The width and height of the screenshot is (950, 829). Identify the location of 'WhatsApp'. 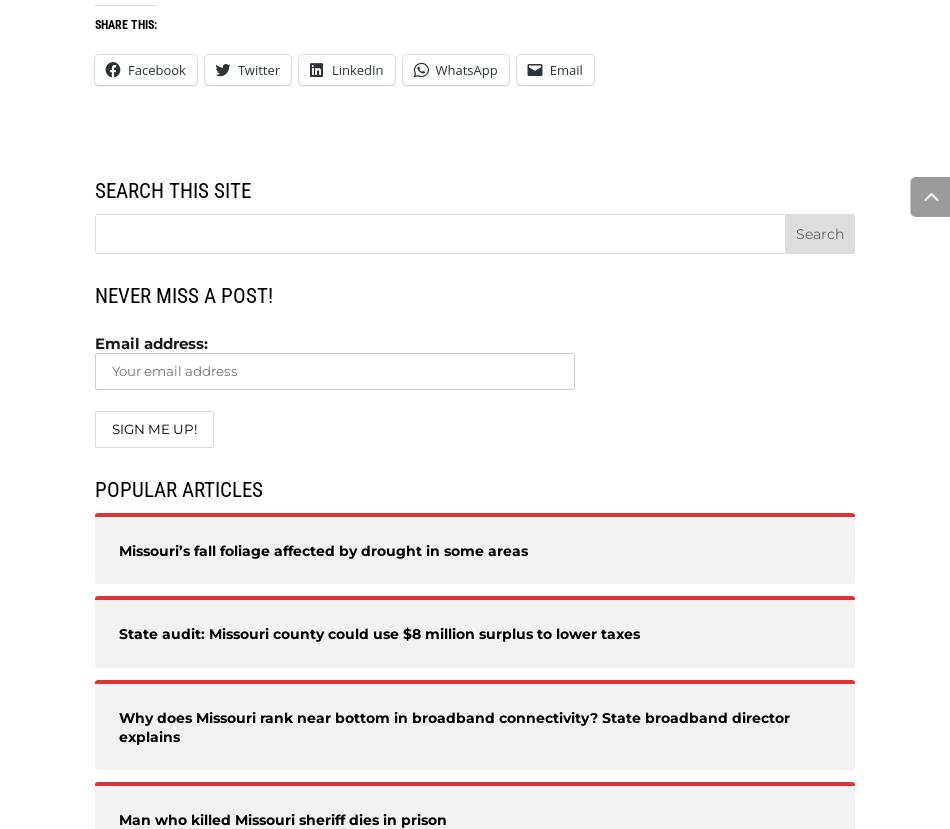
(464, 67).